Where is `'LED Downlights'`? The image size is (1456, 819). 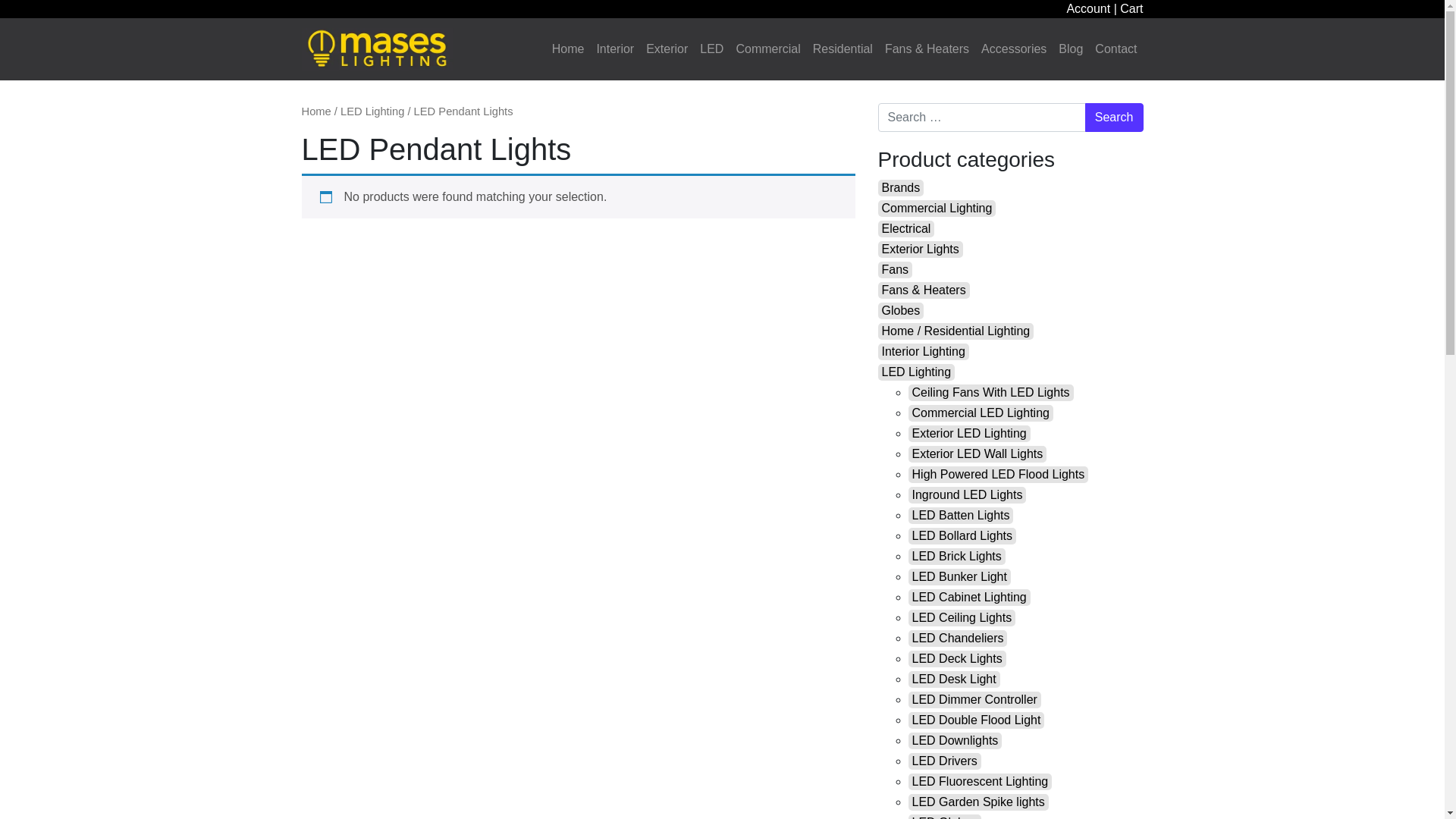
'LED Downlights' is located at coordinates (954, 739).